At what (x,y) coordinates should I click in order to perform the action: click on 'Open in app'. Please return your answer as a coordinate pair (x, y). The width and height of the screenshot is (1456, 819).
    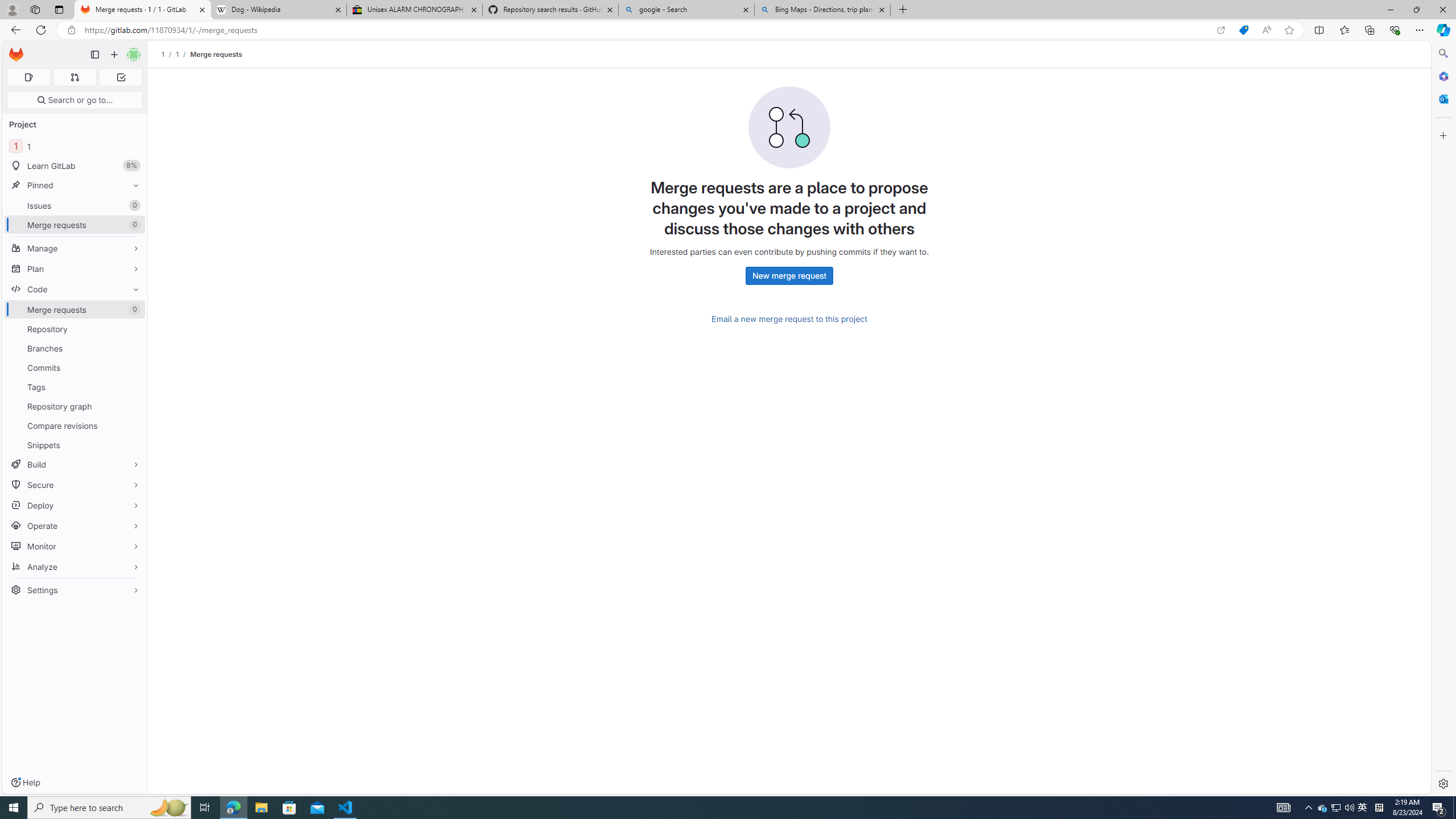
    Looking at the image, I should click on (1220, 30).